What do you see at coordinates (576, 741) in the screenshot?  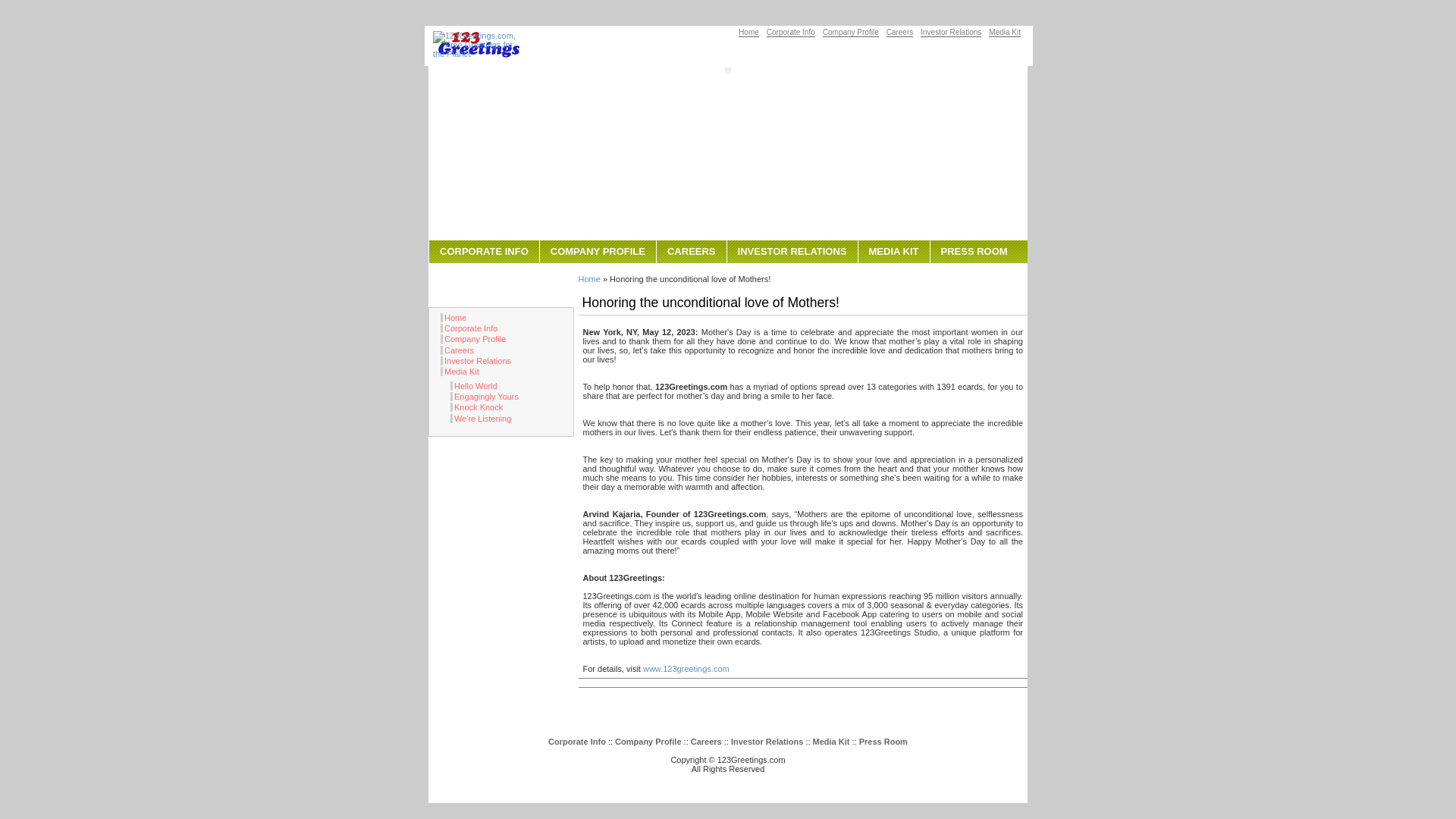 I see `'Corporate Info'` at bounding box center [576, 741].